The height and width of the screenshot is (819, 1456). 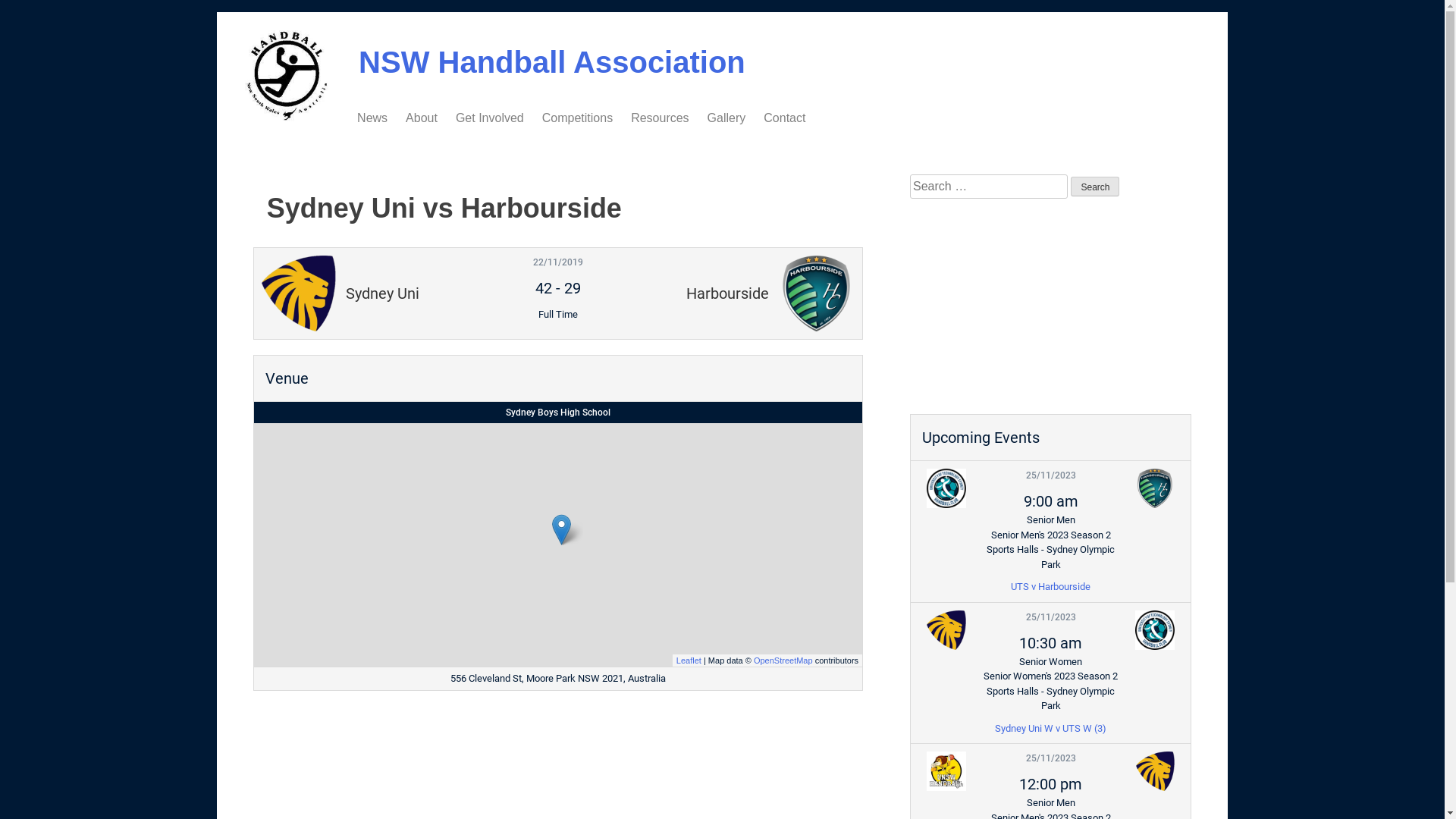 I want to click on 'Search', so click(x=1095, y=186).